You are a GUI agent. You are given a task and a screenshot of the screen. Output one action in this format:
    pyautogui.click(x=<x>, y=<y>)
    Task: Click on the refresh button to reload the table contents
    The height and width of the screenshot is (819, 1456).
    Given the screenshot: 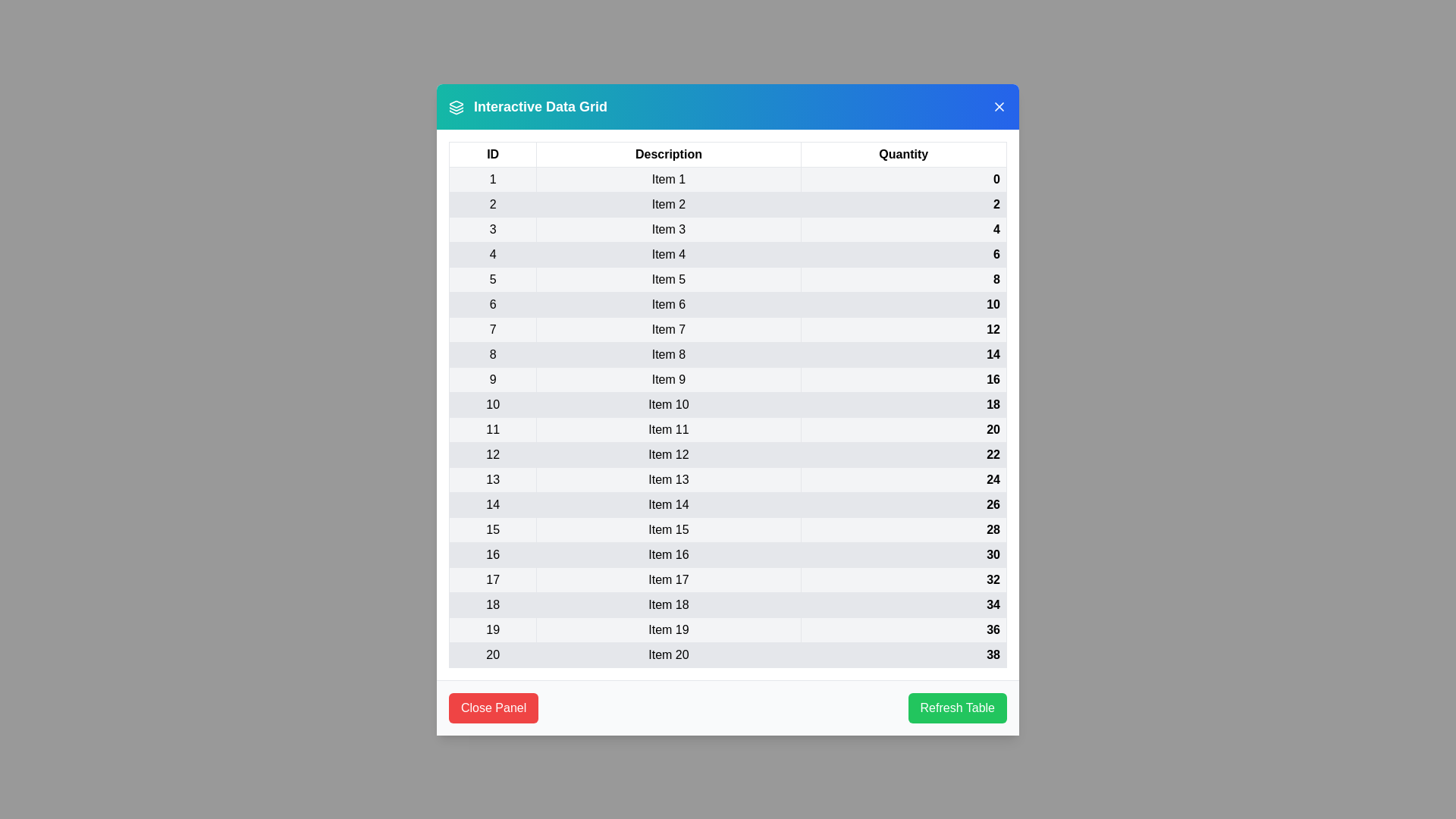 What is the action you would take?
    pyautogui.click(x=956, y=708)
    